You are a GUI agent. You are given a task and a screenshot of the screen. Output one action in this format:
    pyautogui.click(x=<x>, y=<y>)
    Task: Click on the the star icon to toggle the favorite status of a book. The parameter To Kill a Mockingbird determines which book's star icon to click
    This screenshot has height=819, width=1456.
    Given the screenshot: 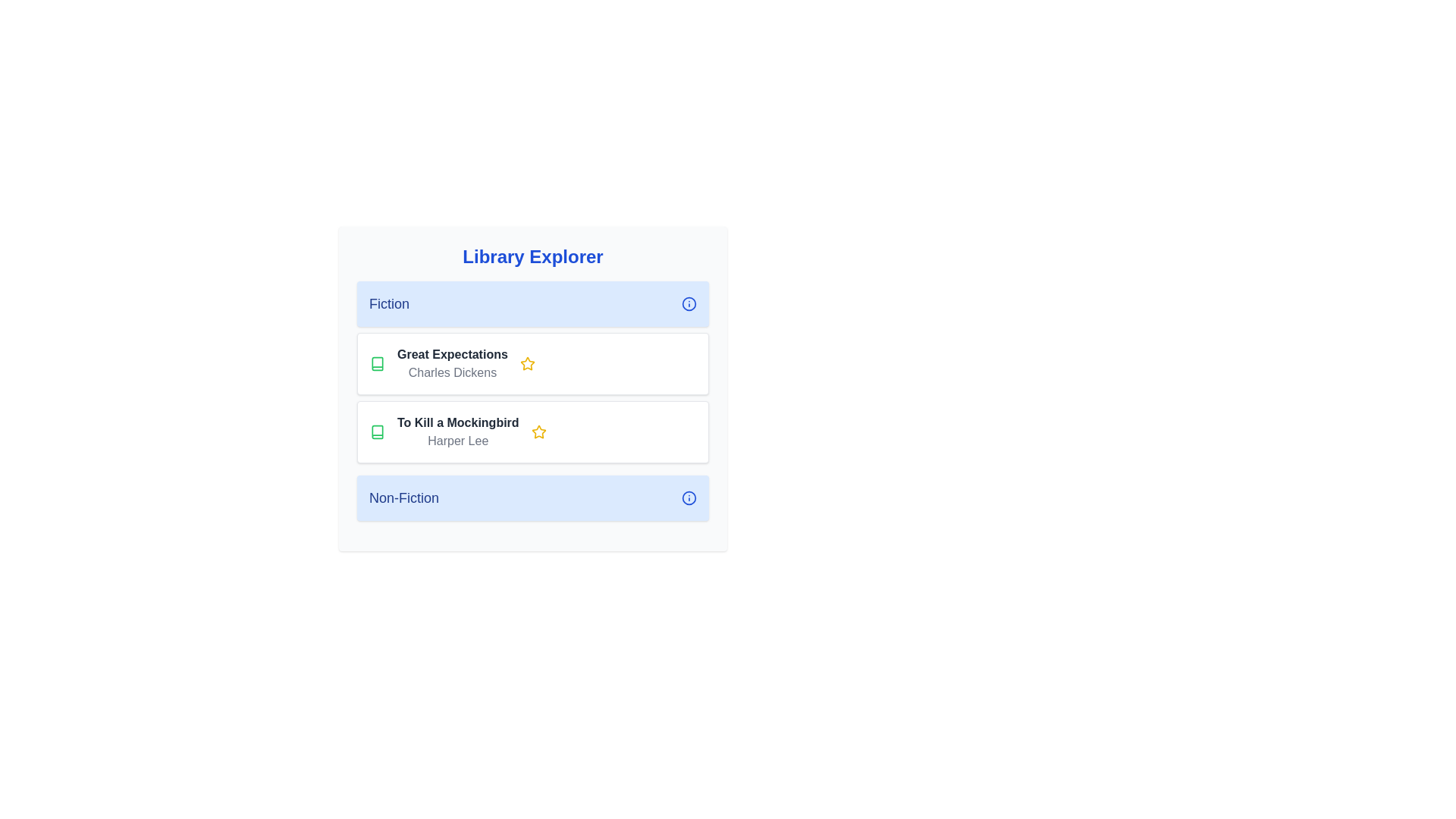 What is the action you would take?
    pyautogui.click(x=538, y=432)
    